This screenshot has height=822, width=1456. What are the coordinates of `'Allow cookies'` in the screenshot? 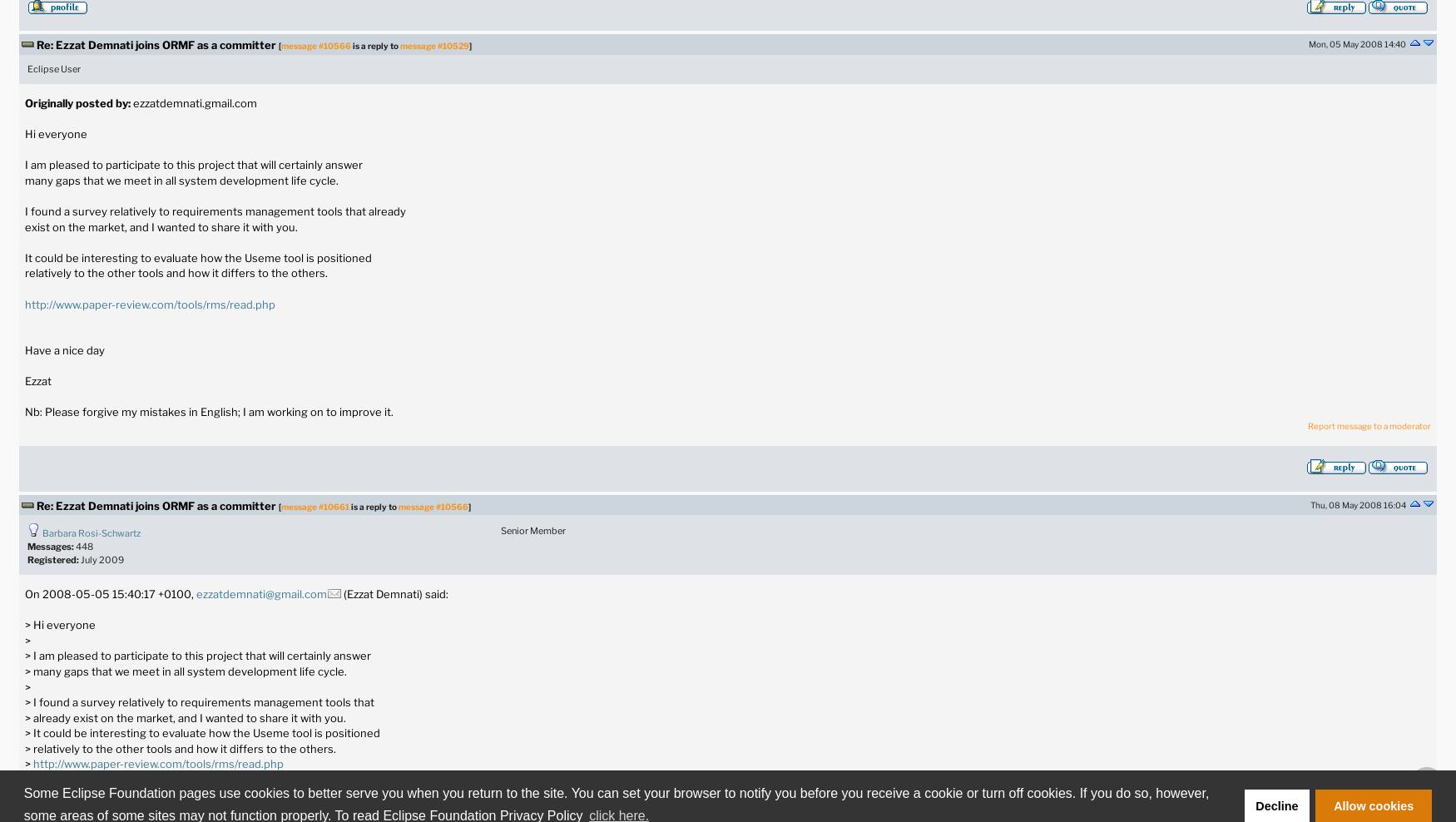 It's located at (1334, 805).